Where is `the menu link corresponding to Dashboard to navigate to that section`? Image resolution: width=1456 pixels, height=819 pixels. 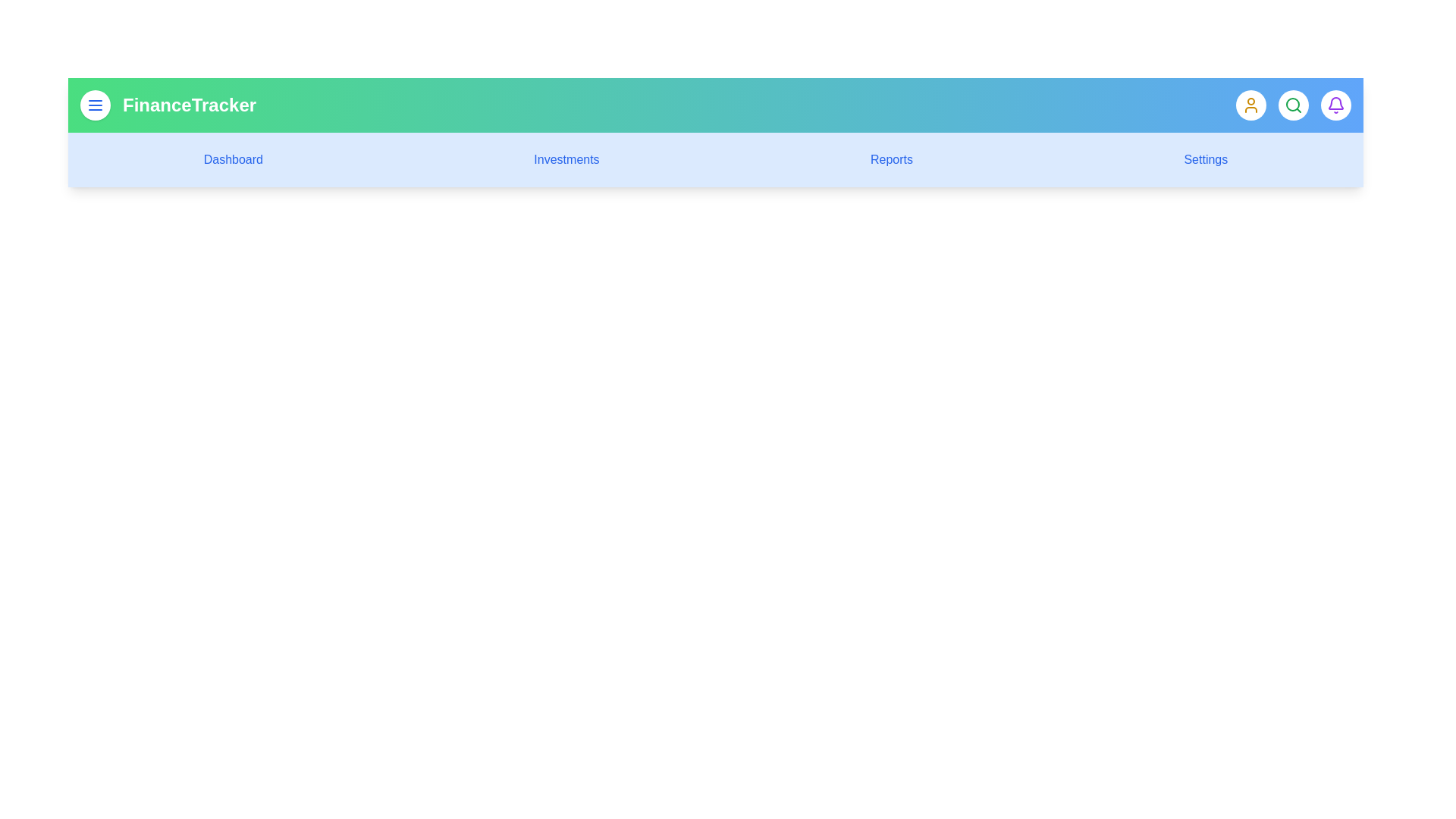 the menu link corresponding to Dashboard to navigate to that section is located at coordinates (232, 160).